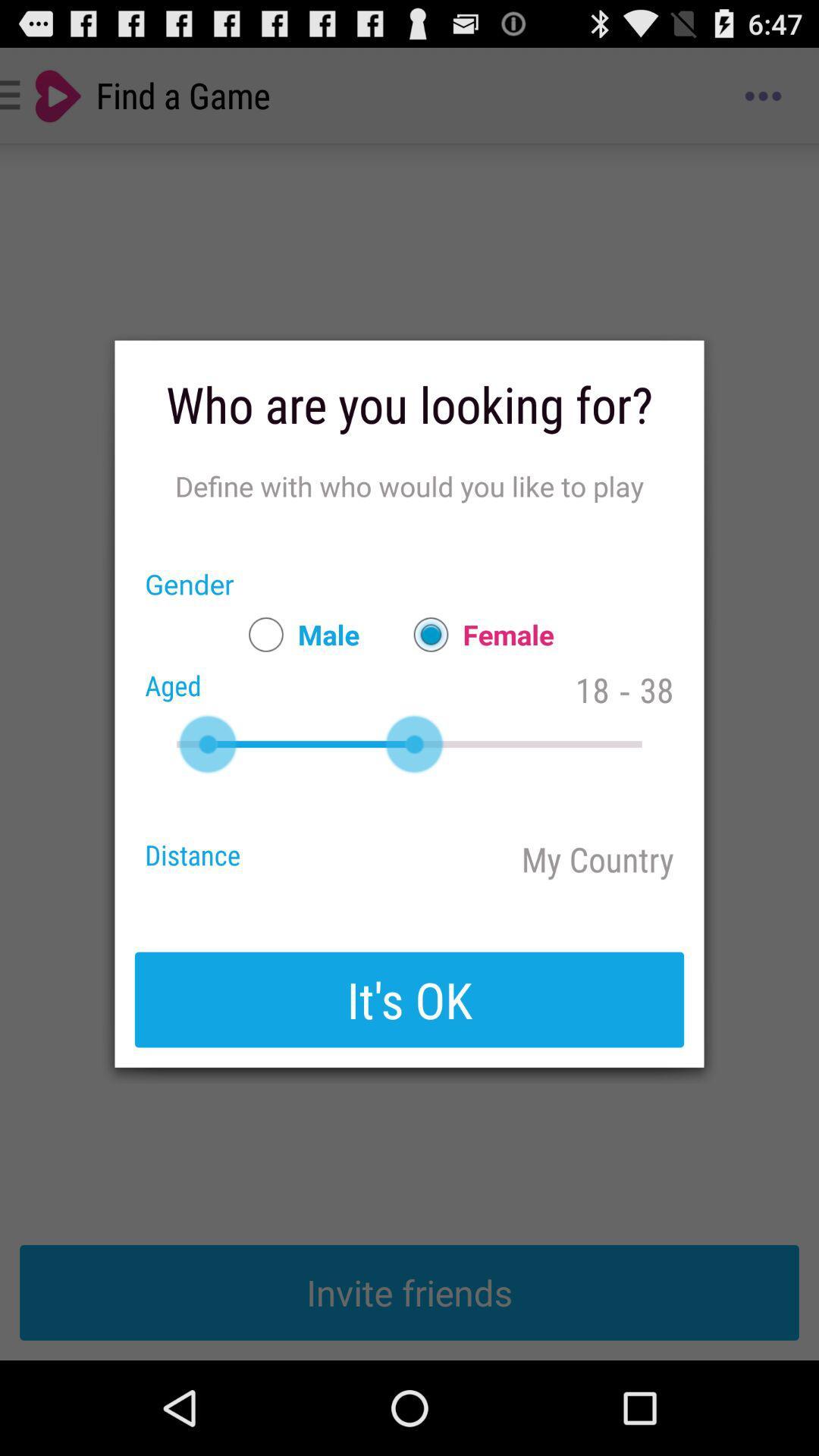 This screenshot has height=1456, width=819. What do you see at coordinates (297, 634) in the screenshot?
I see `item below the gender item` at bounding box center [297, 634].